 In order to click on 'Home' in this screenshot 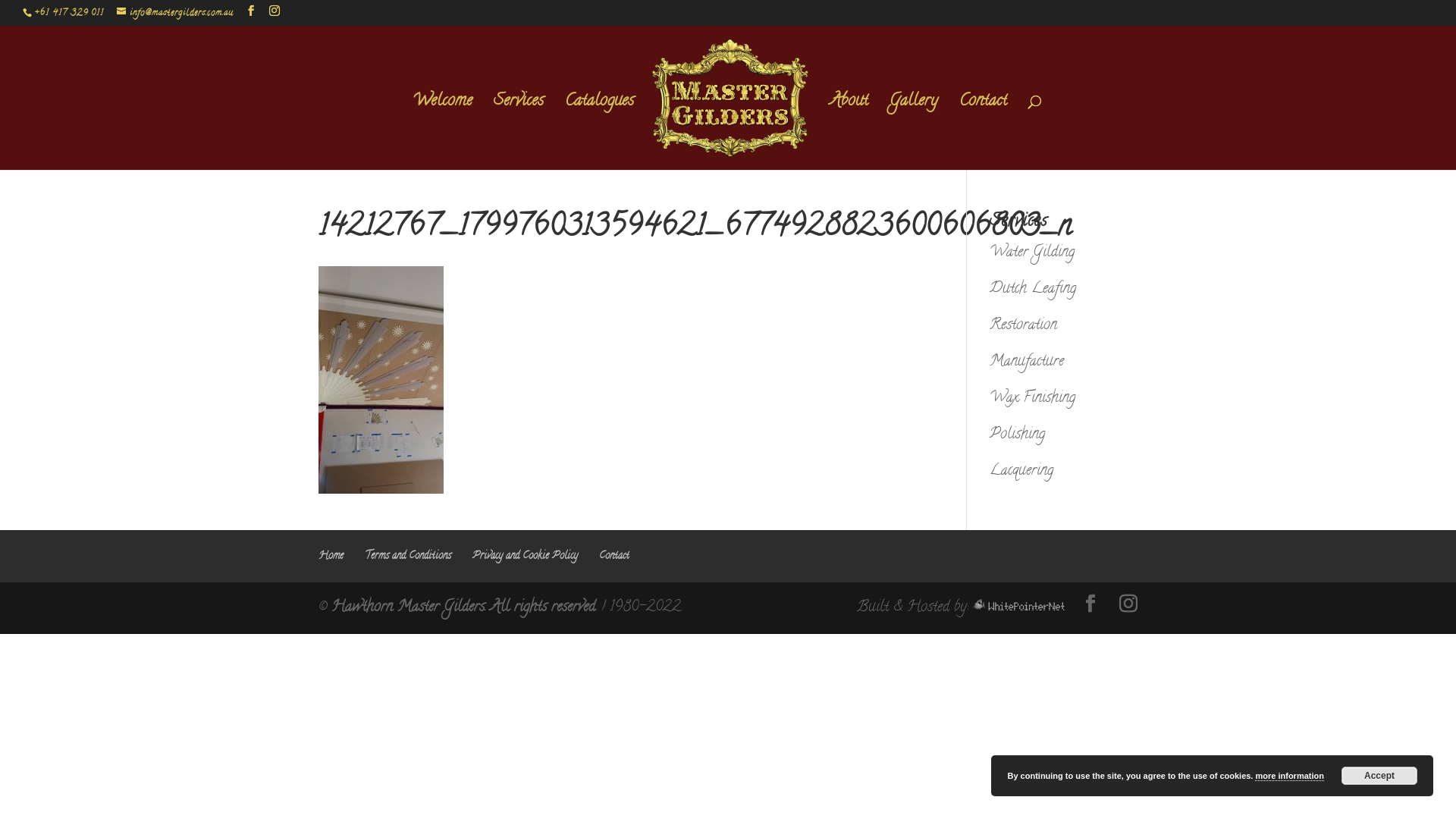, I will do `click(330, 556)`.